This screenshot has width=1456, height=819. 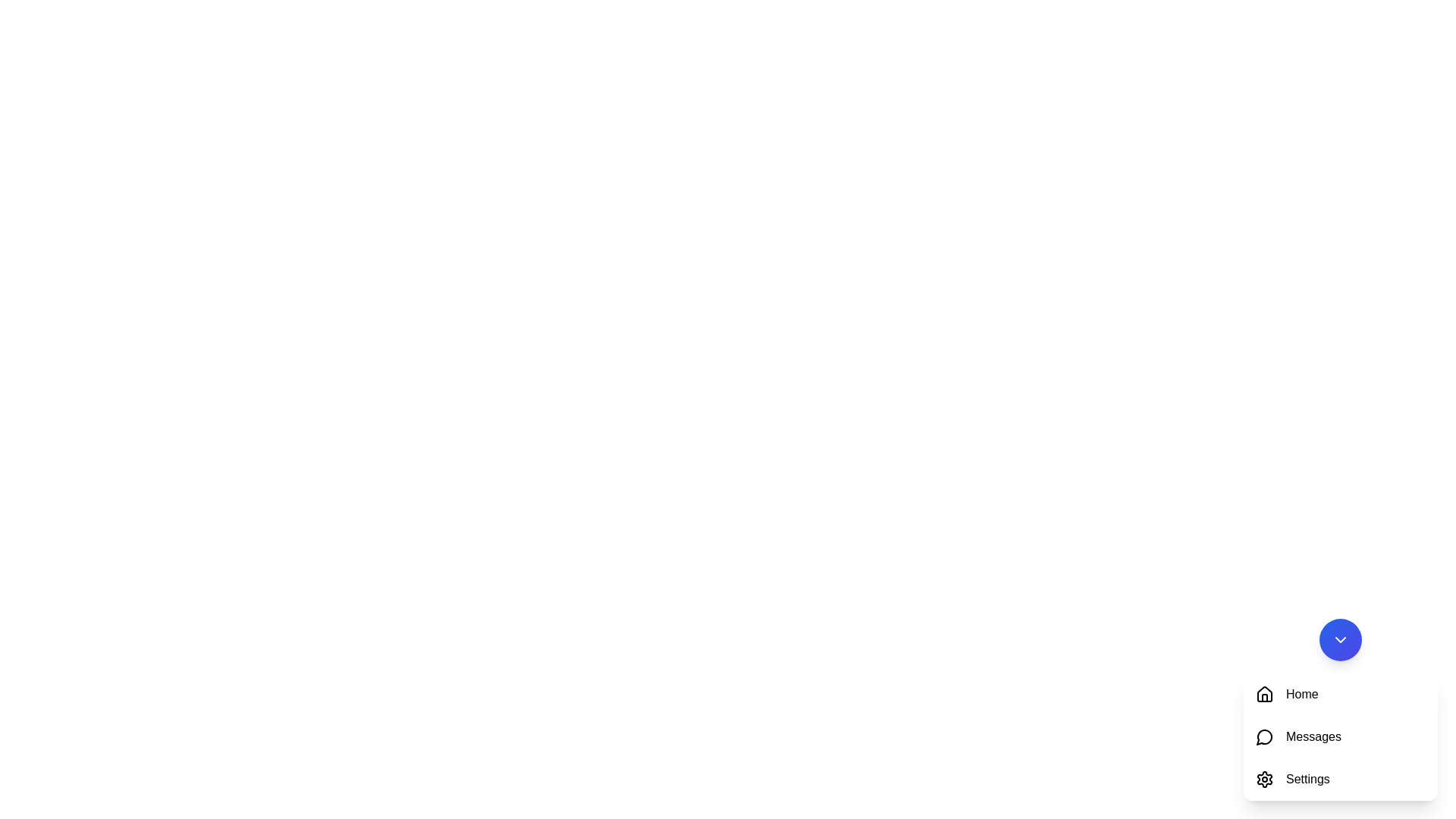 What do you see at coordinates (1307, 780) in the screenshot?
I see `the 'Settings' text label located at the bottom right corner of the interface` at bounding box center [1307, 780].